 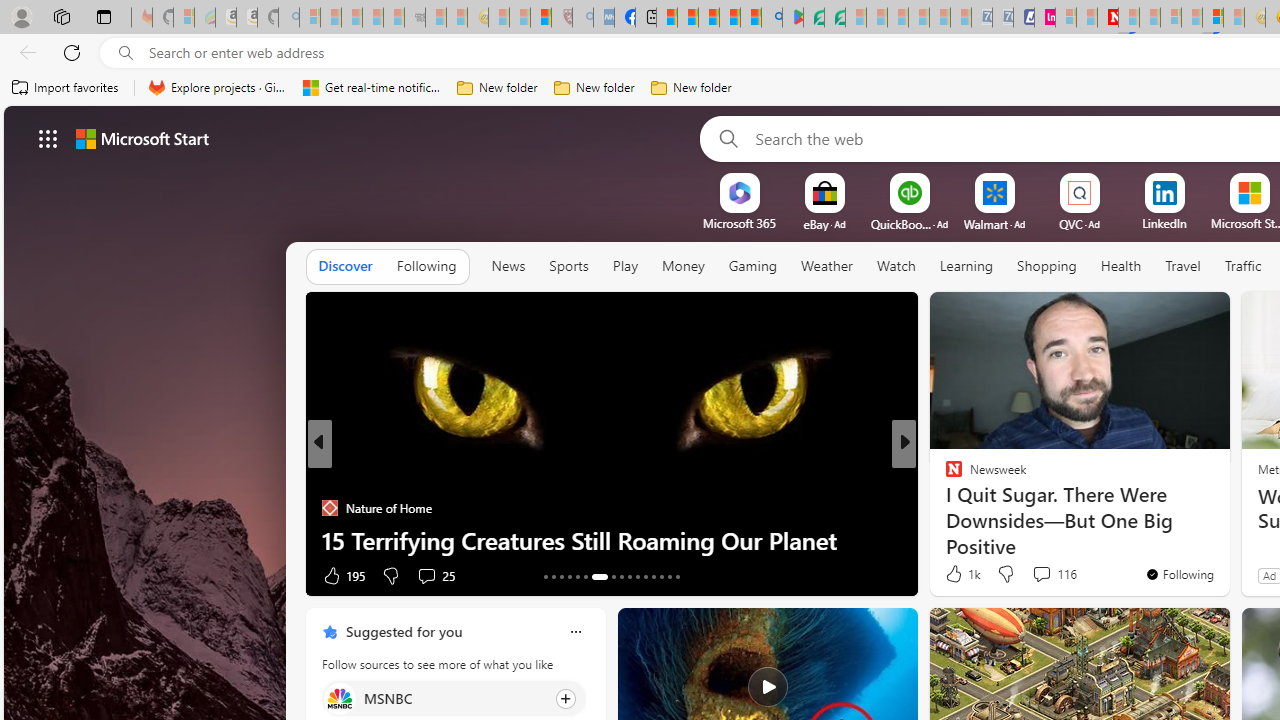 What do you see at coordinates (576, 577) in the screenshot?
I see `'AutomationID: tab-17'` at bounding box center [576, 577].